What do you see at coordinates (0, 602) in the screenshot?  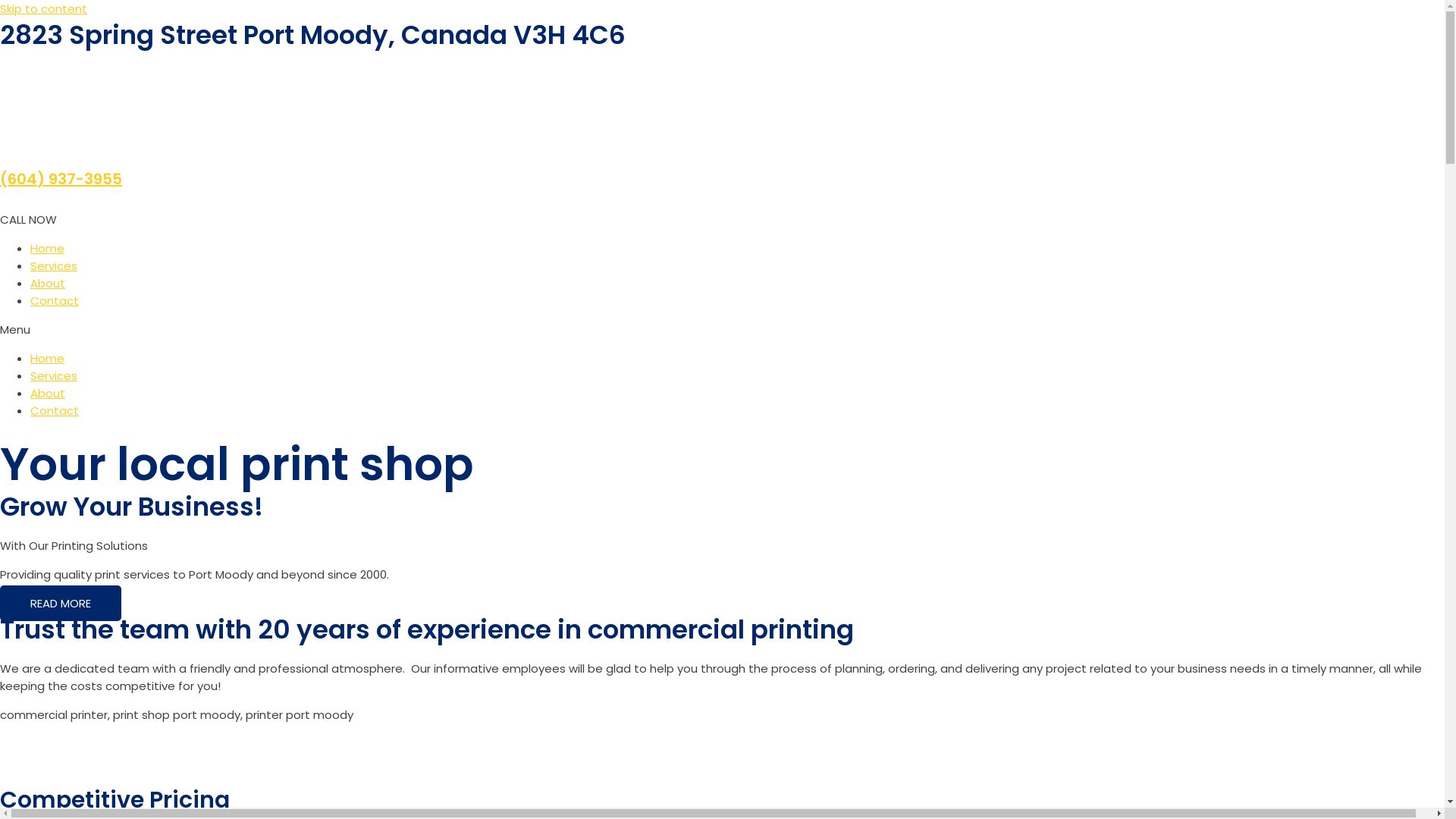 I see `'READ MORE'` at bounding box center [0, 602].